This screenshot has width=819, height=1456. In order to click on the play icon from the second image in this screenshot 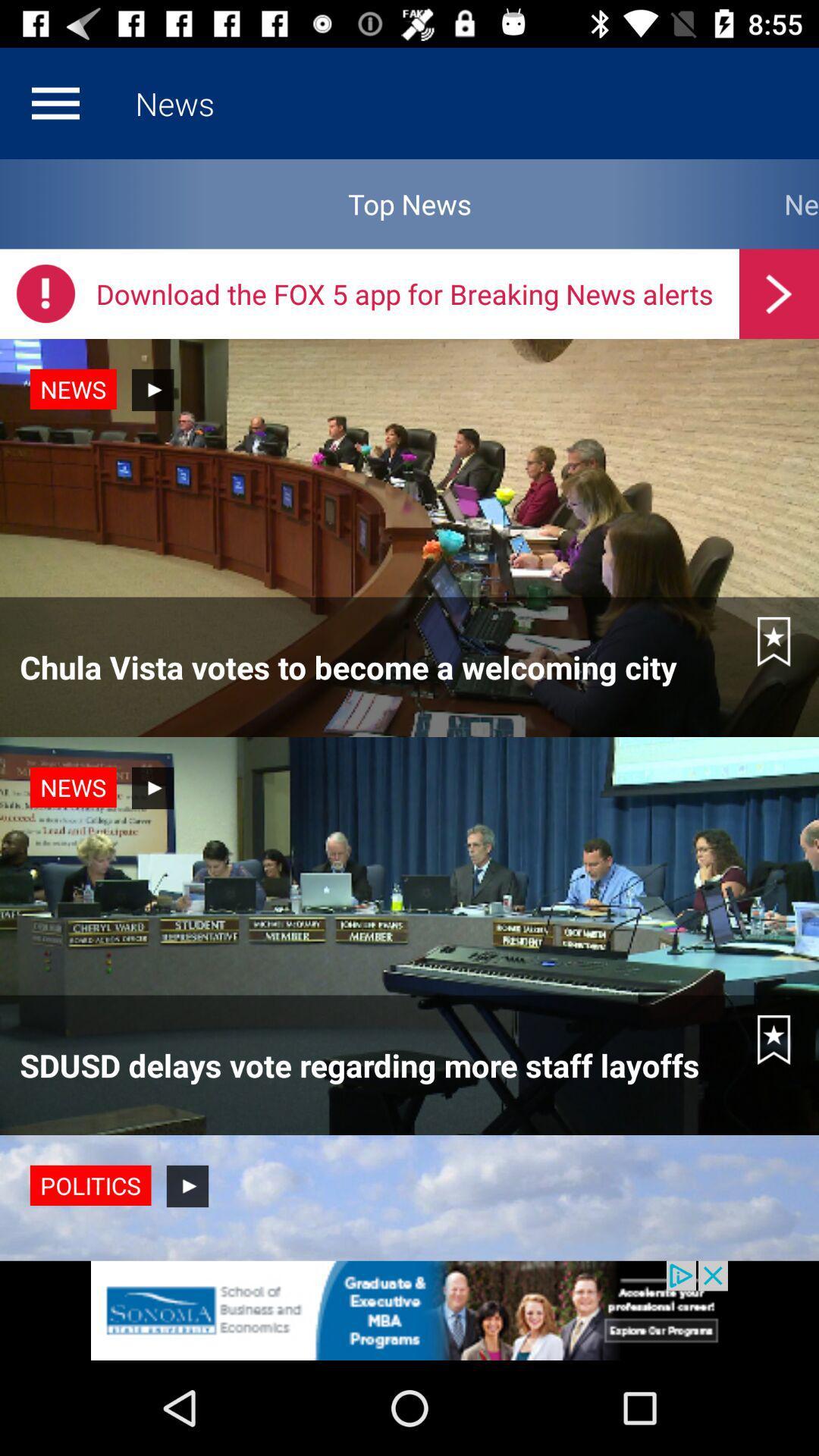, I will do `click(152, 788)`.